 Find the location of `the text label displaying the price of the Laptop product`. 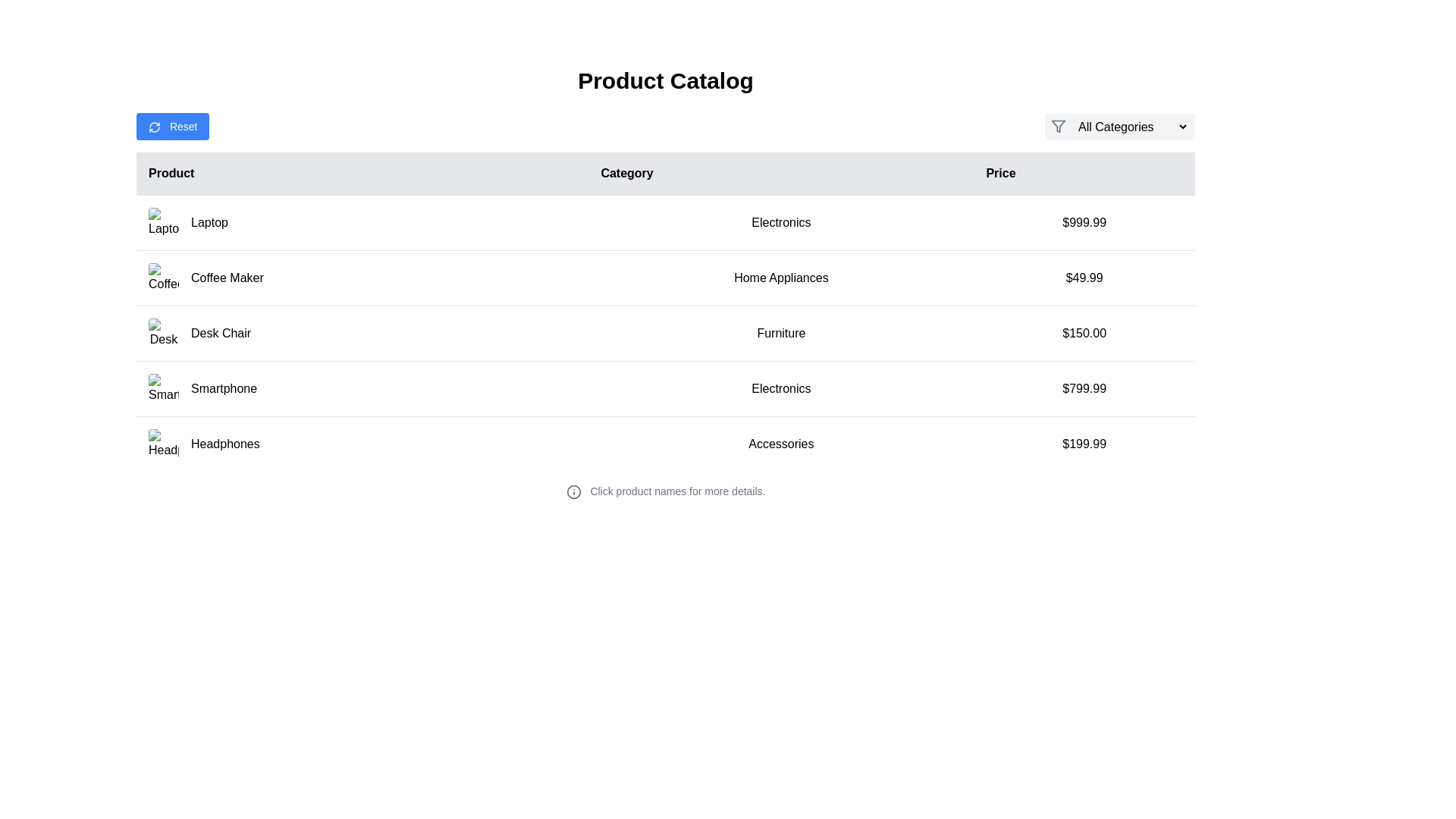

the text label displaying the price of the Laptop product is located at coordinates (1084, 222).